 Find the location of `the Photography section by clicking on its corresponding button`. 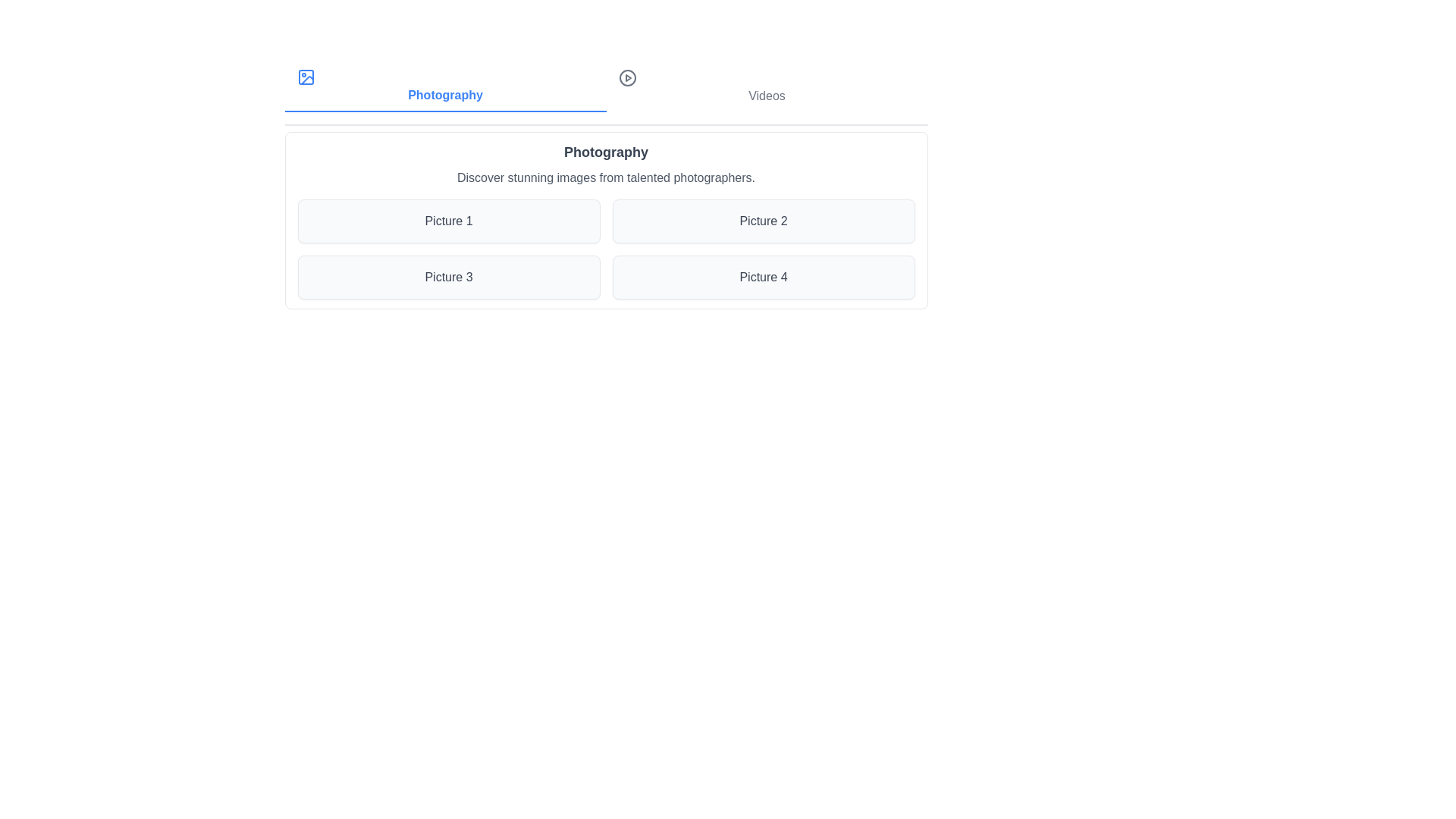

the Photography section by clicking on its corresponding button is located at coordinates (444, 87).